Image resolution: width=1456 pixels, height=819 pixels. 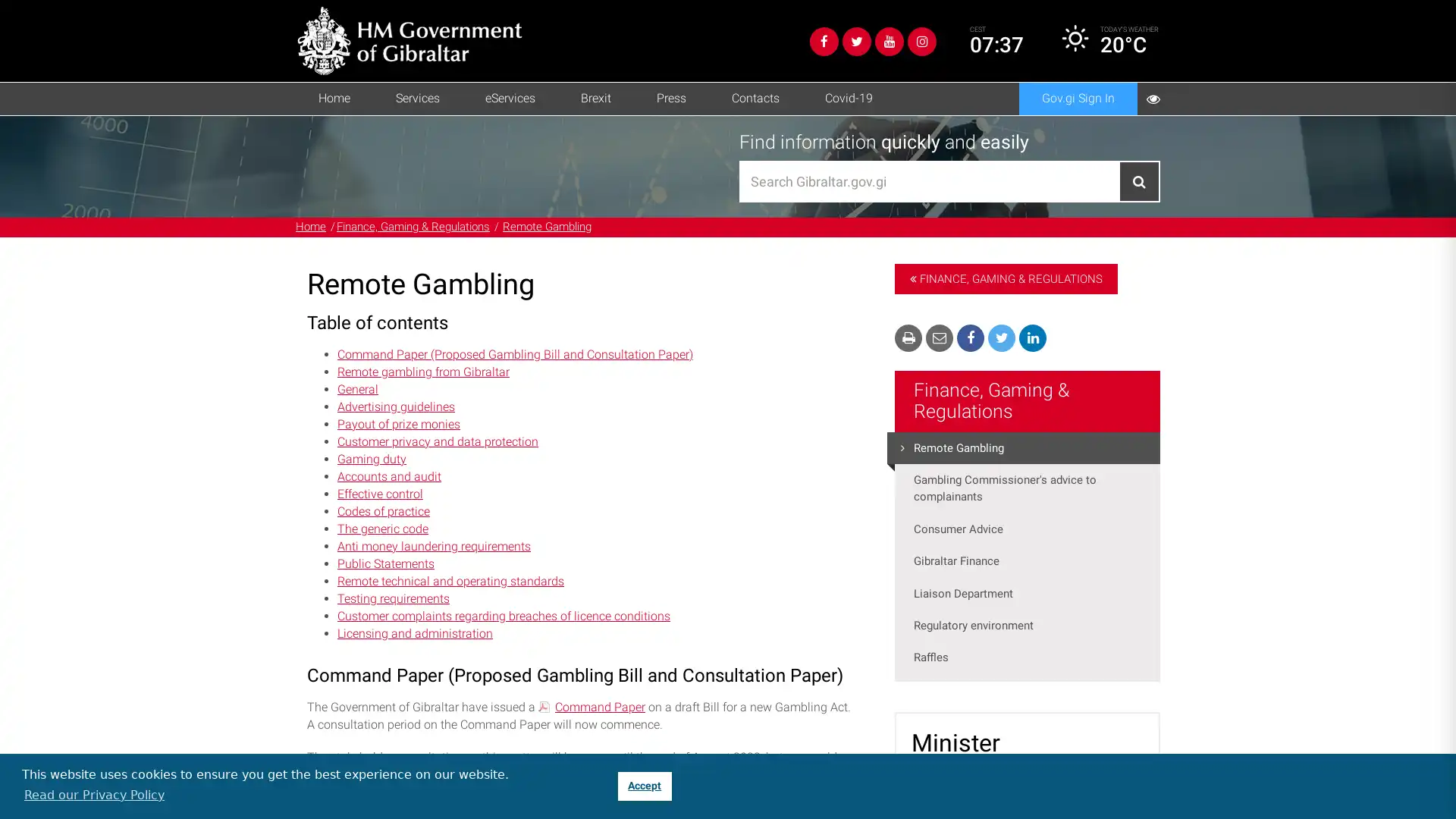 What do you see at coordinates (93, 794) in the screenshot?
I see `learn more about cookies` at bounding box center [93, 794].